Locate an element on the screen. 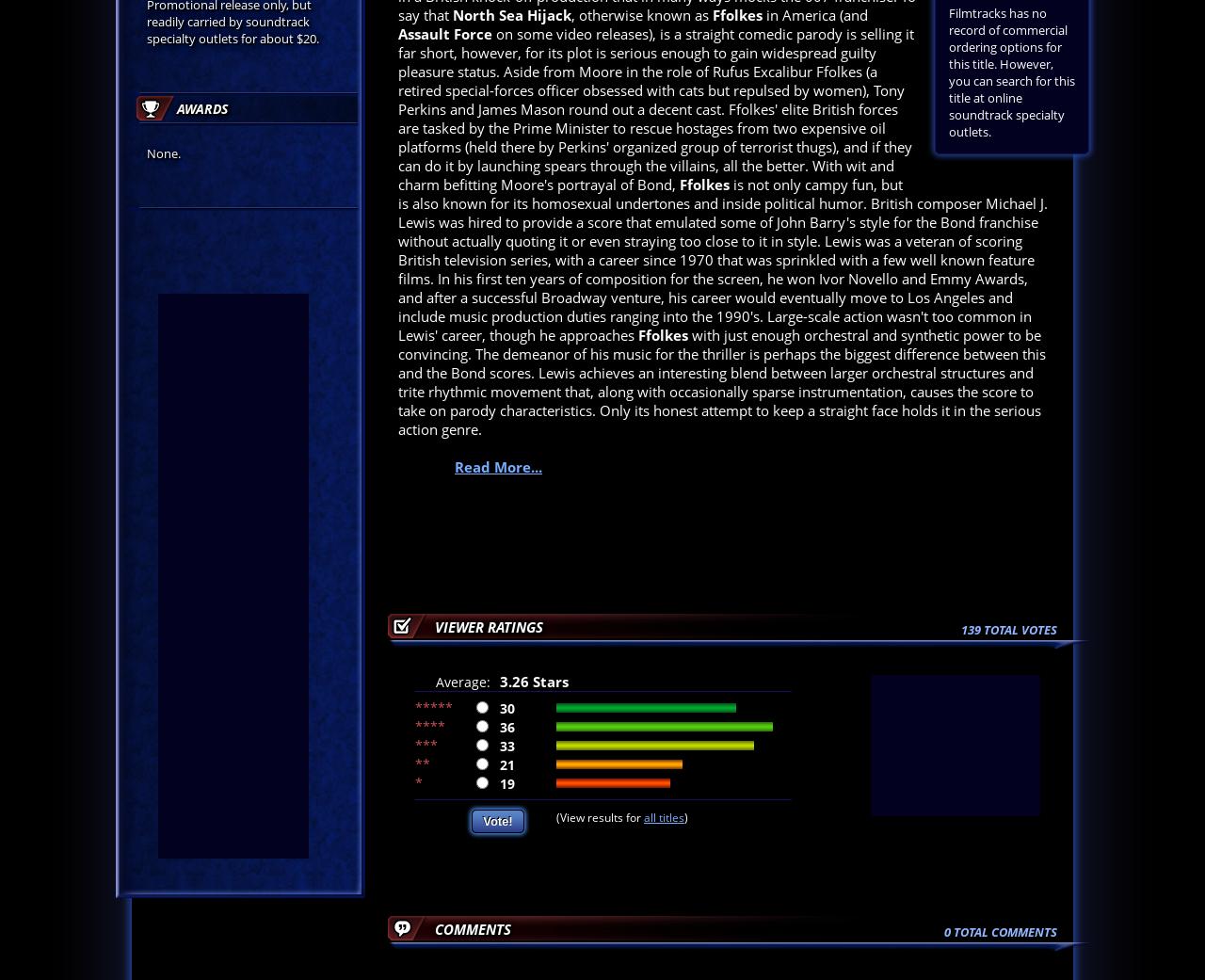  '***' is located at coordinates (425, 745).